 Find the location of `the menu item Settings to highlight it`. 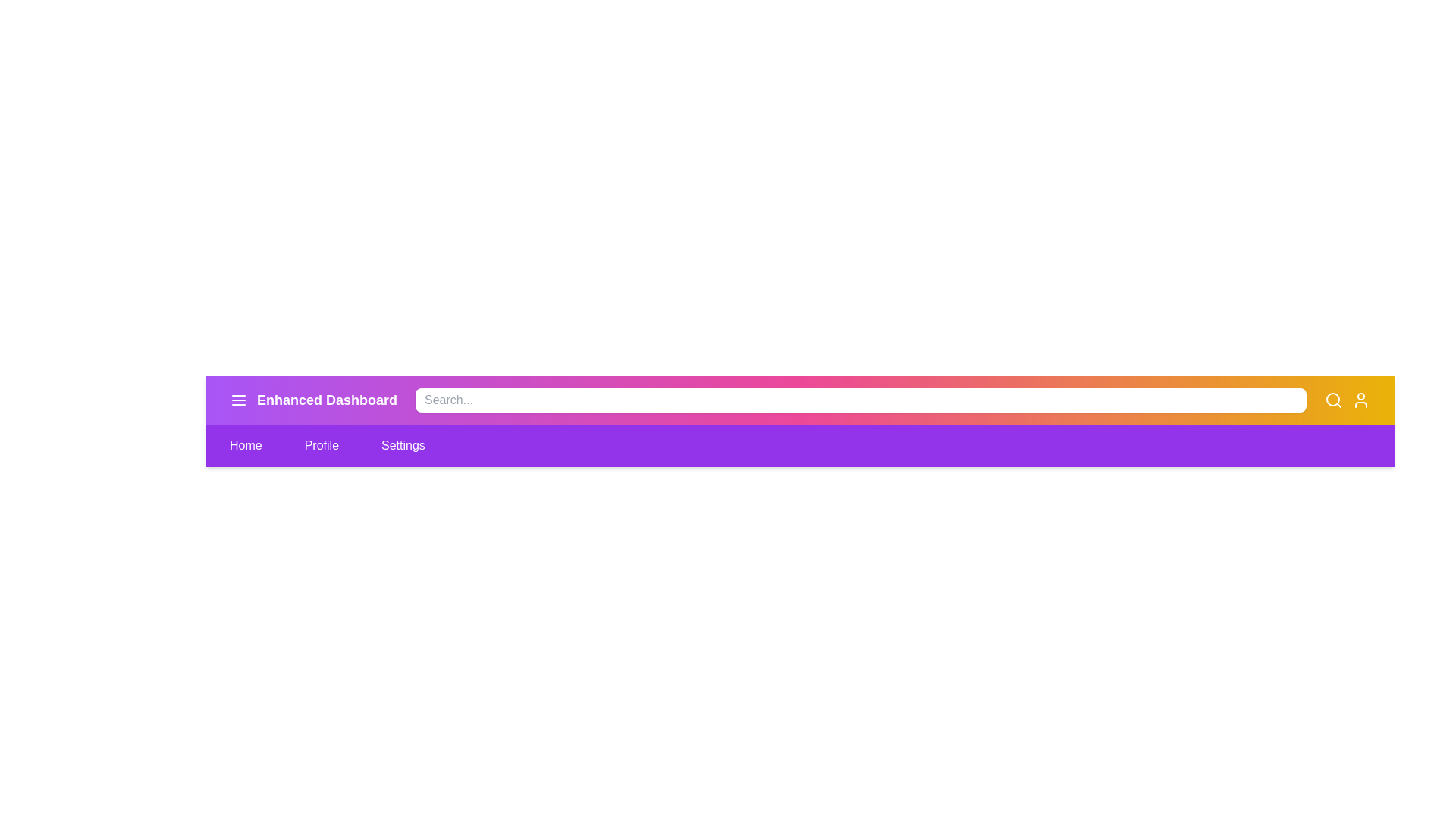

the menu item Settings to highlight it is located at coordinates (403, 444).